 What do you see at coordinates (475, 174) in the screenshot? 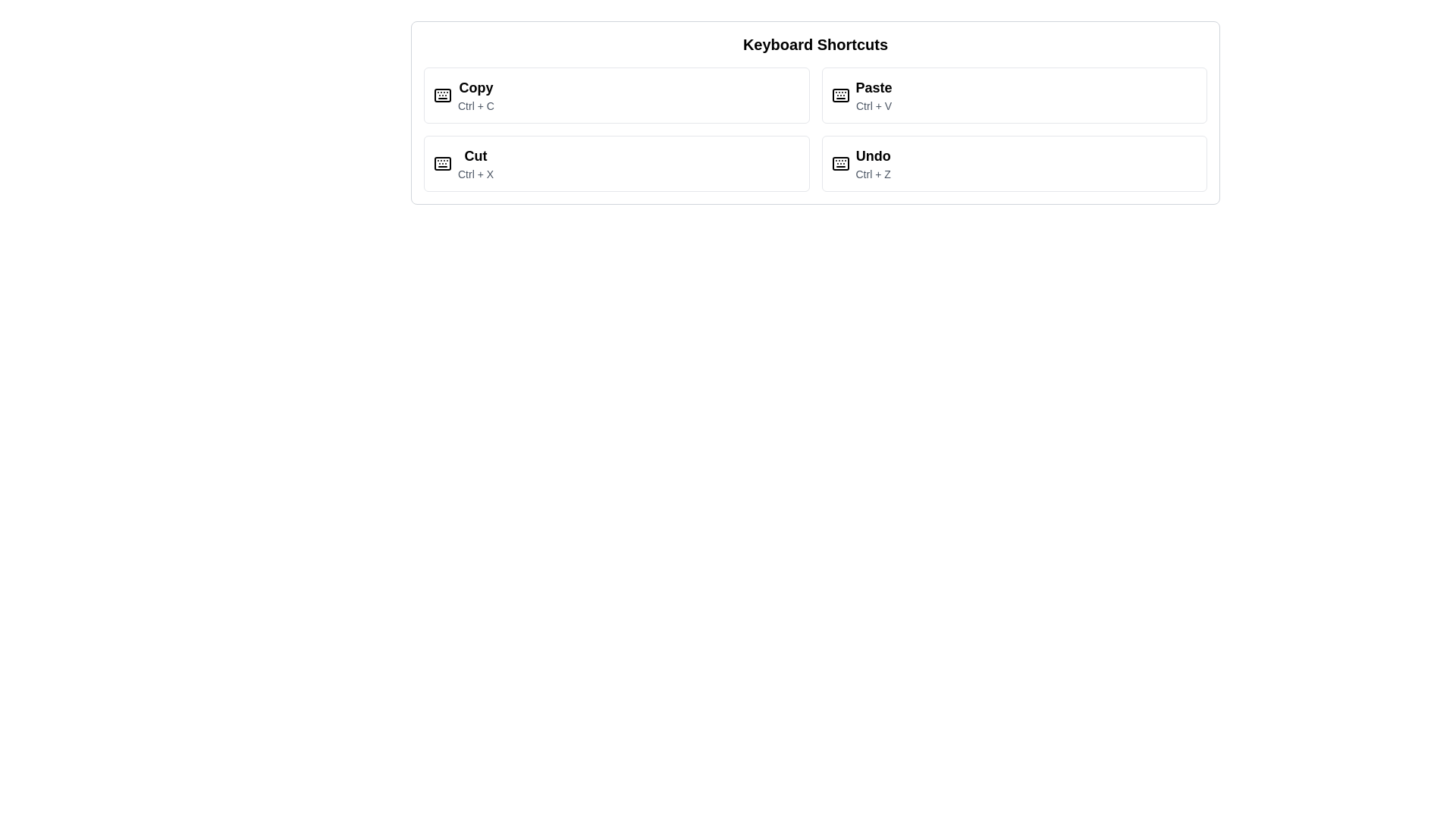
I see `the static text displaying the shortcut 'Ctrl + X', which is located beneath the 'Cut' label in a gray color scheme with a smaller font size` at bounding box center [475, 174].